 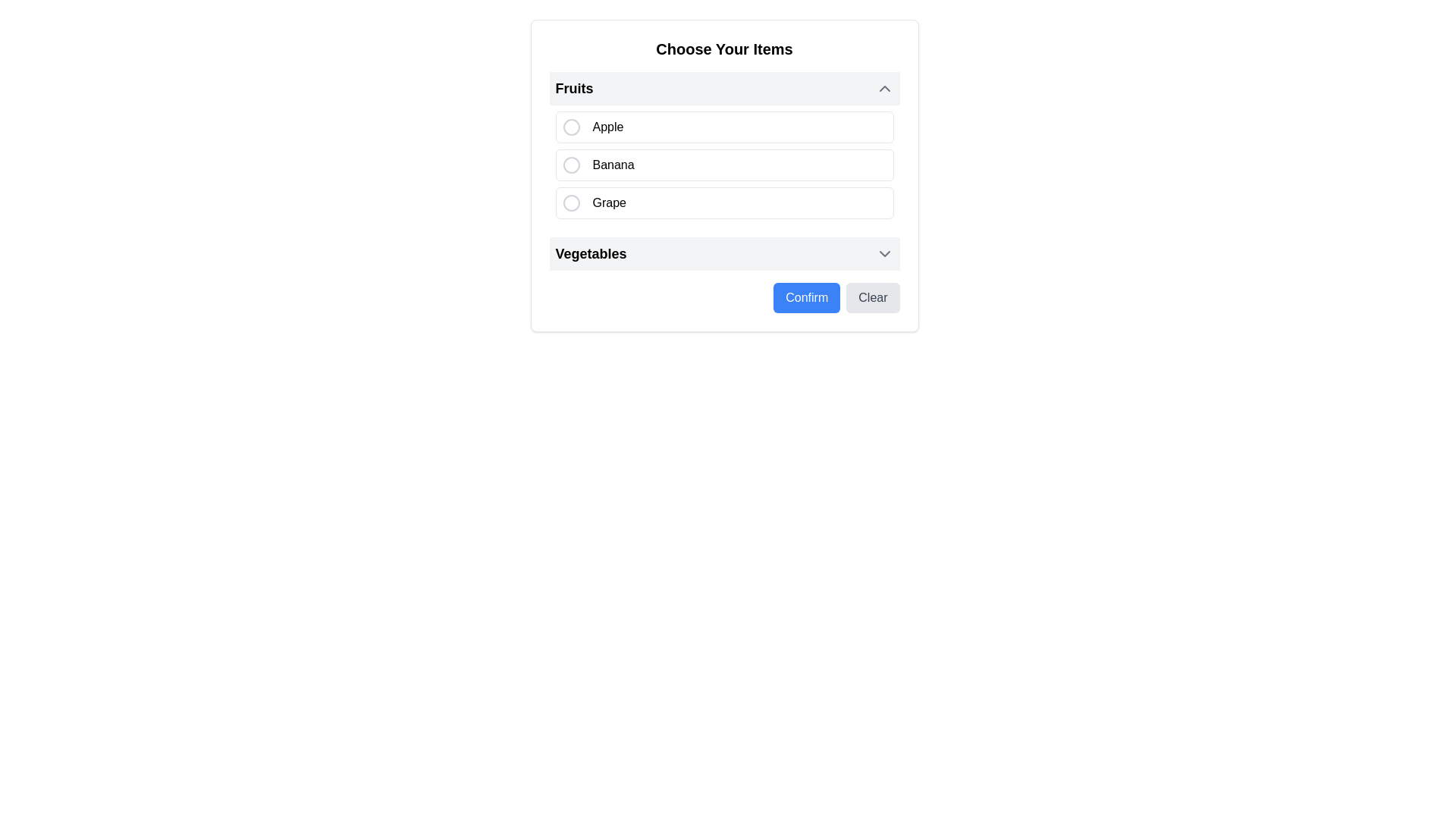 What do you see at coordinates (570, 165) in the screenshot?
I see `the circle SVG graphic that serves as a visual marker within the 'Banana' list item under the 'Fruits' section` at bounding box center [570, 165].